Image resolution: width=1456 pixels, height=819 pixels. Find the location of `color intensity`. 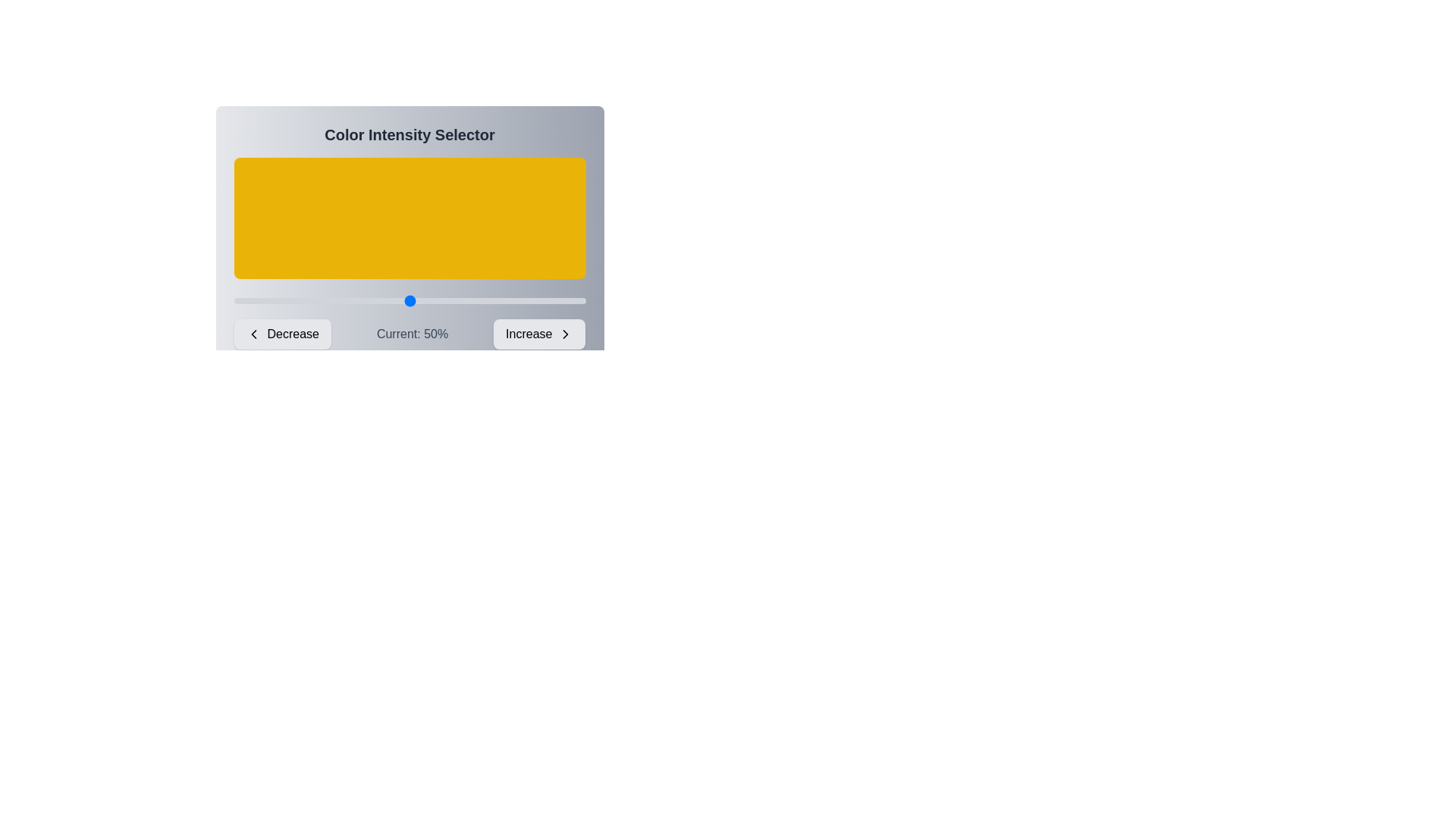

color intensity is located at coordinates (451, 301).